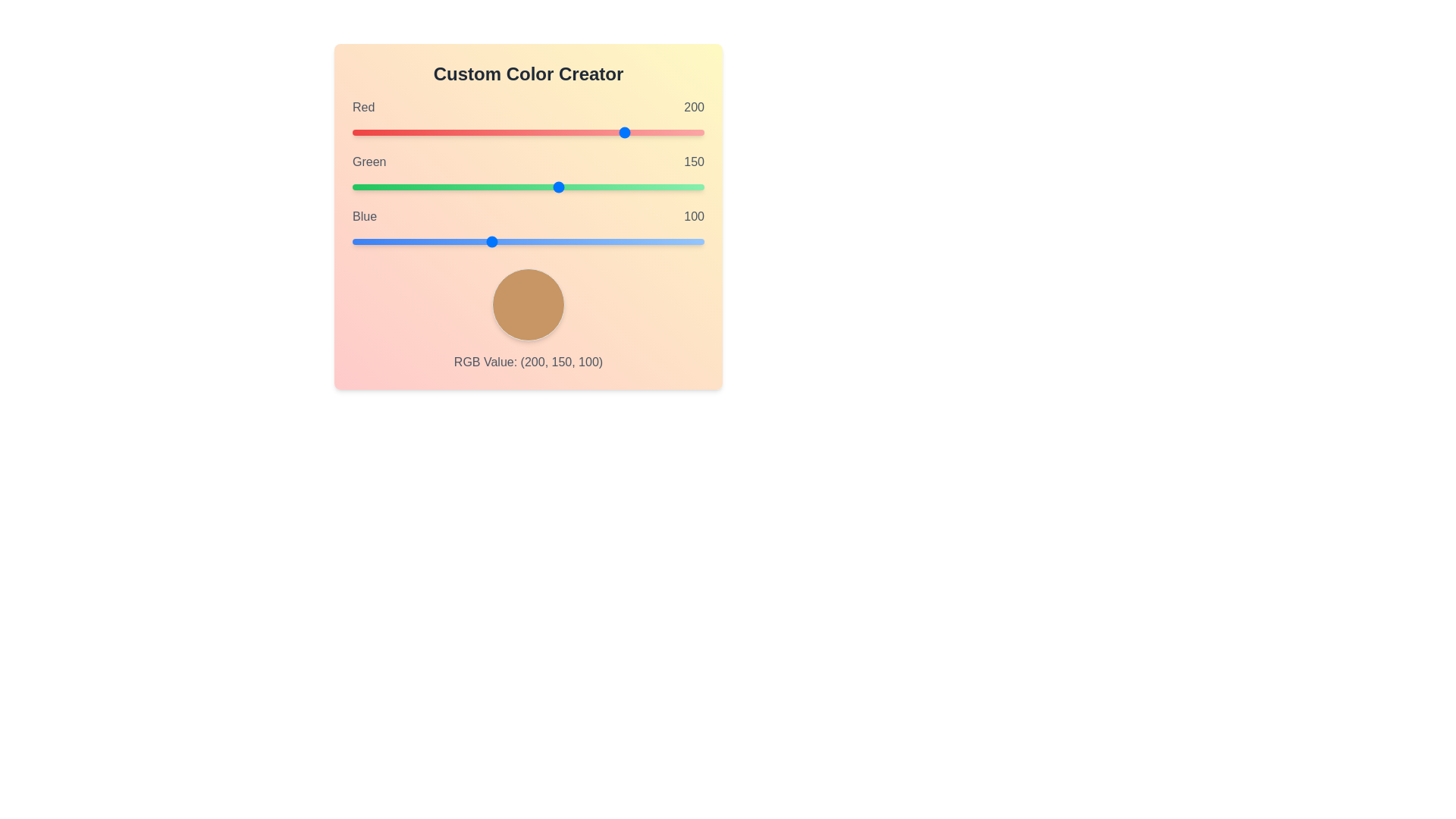 The image size is (1456, 819). Describe the element at coordinates (455, 186) in the screenshot. I see `the Green slider to set the green component to 75` at that location.